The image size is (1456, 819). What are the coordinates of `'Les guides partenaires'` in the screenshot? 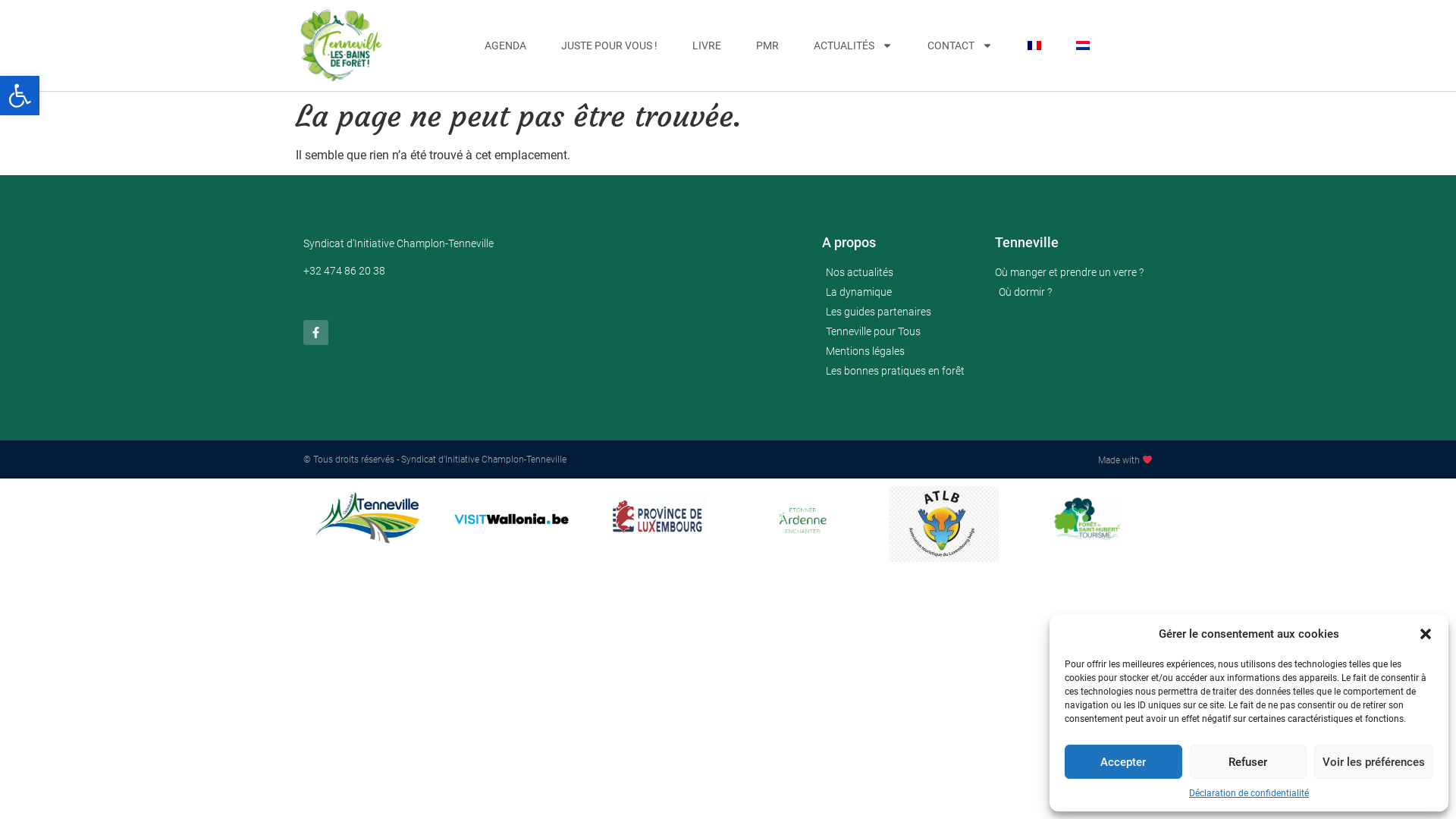 It's located at (901, 311).